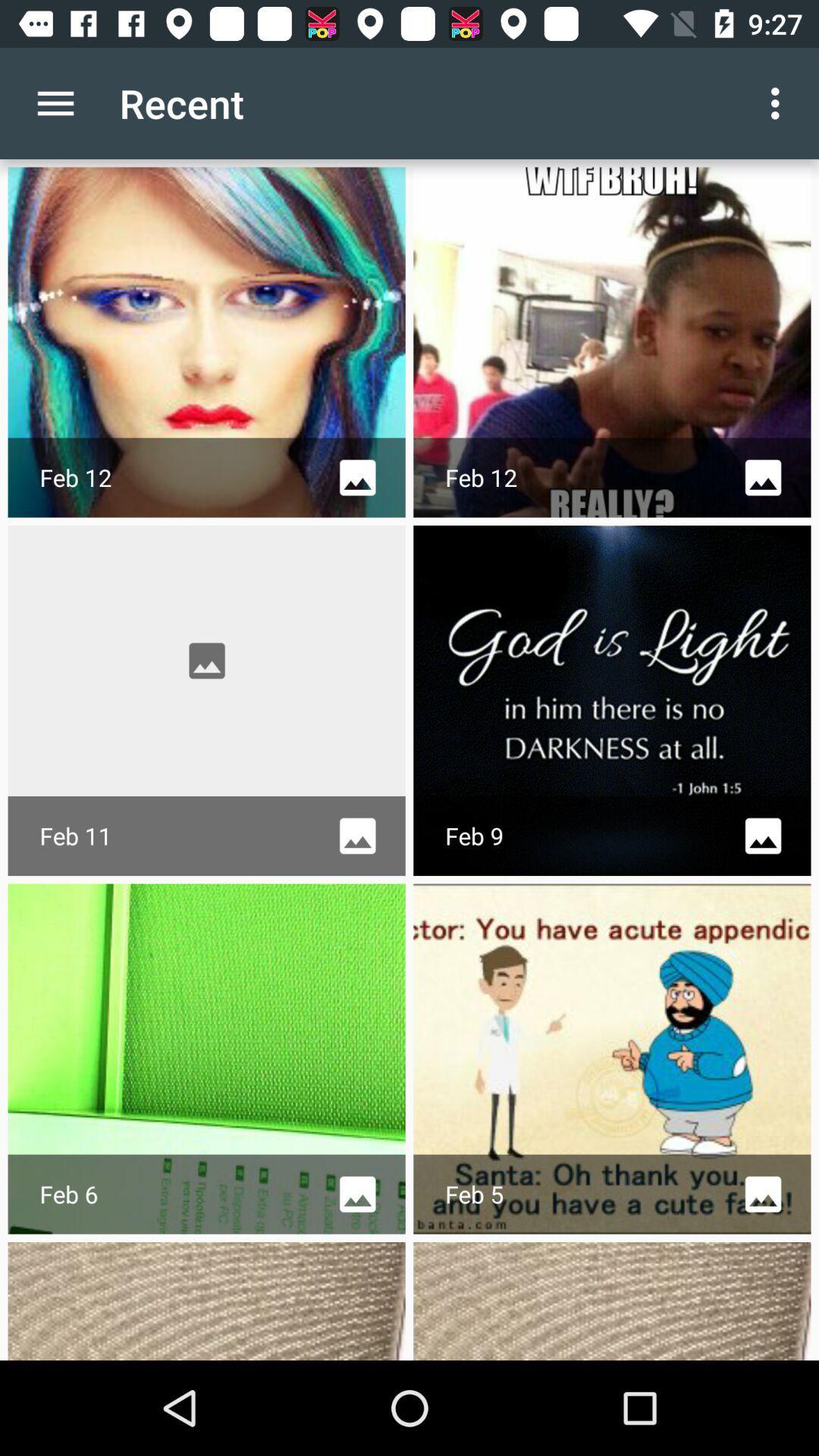 This screenshot has width=819, height=1456. What do you see at coordinates (779, 102) in the screenshot?
I see `app next to recent item` at bounding box center [779, 102].